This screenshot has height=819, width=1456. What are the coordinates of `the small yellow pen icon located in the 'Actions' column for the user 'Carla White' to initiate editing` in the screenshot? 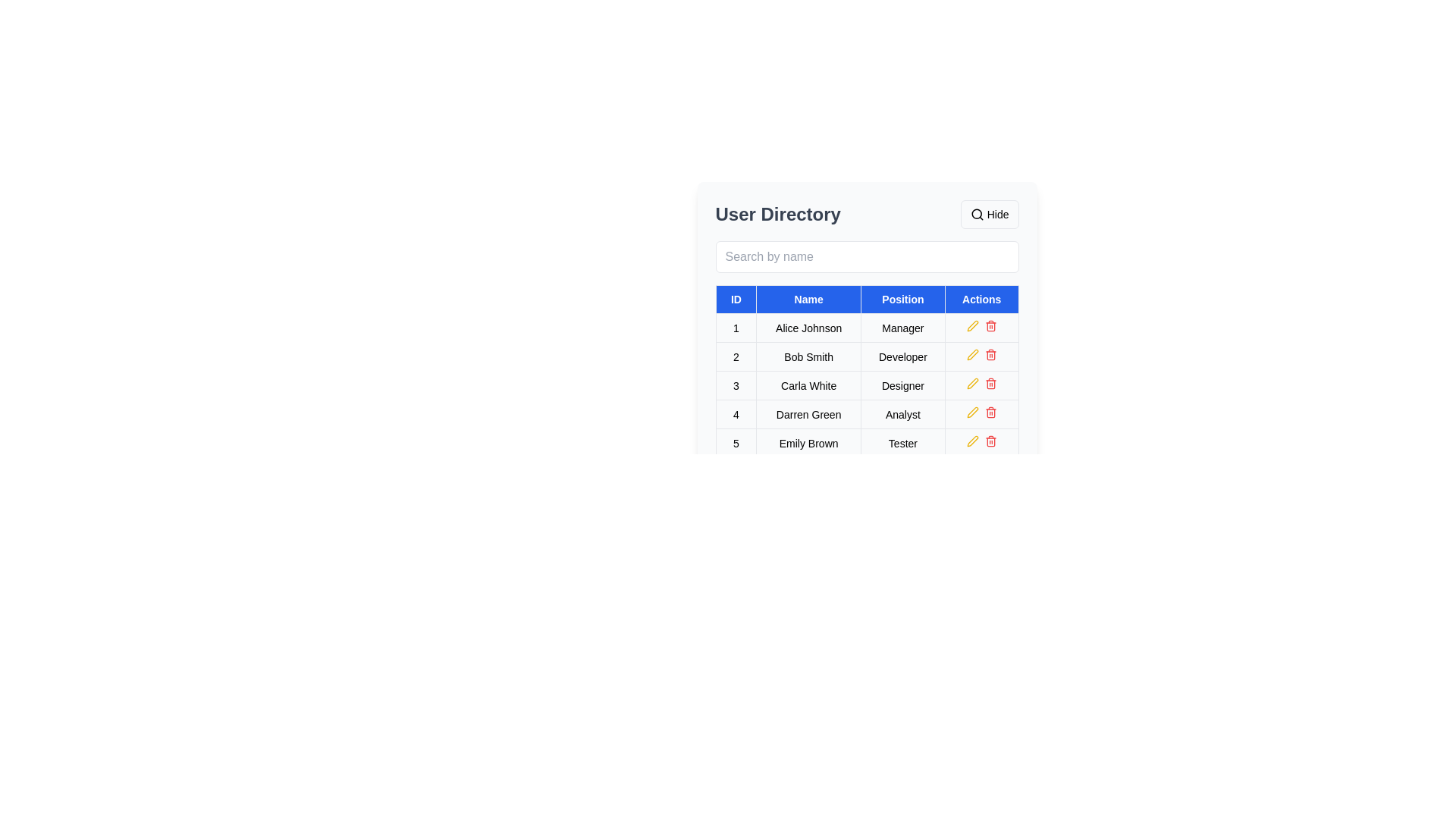 It's located at (972, 382).